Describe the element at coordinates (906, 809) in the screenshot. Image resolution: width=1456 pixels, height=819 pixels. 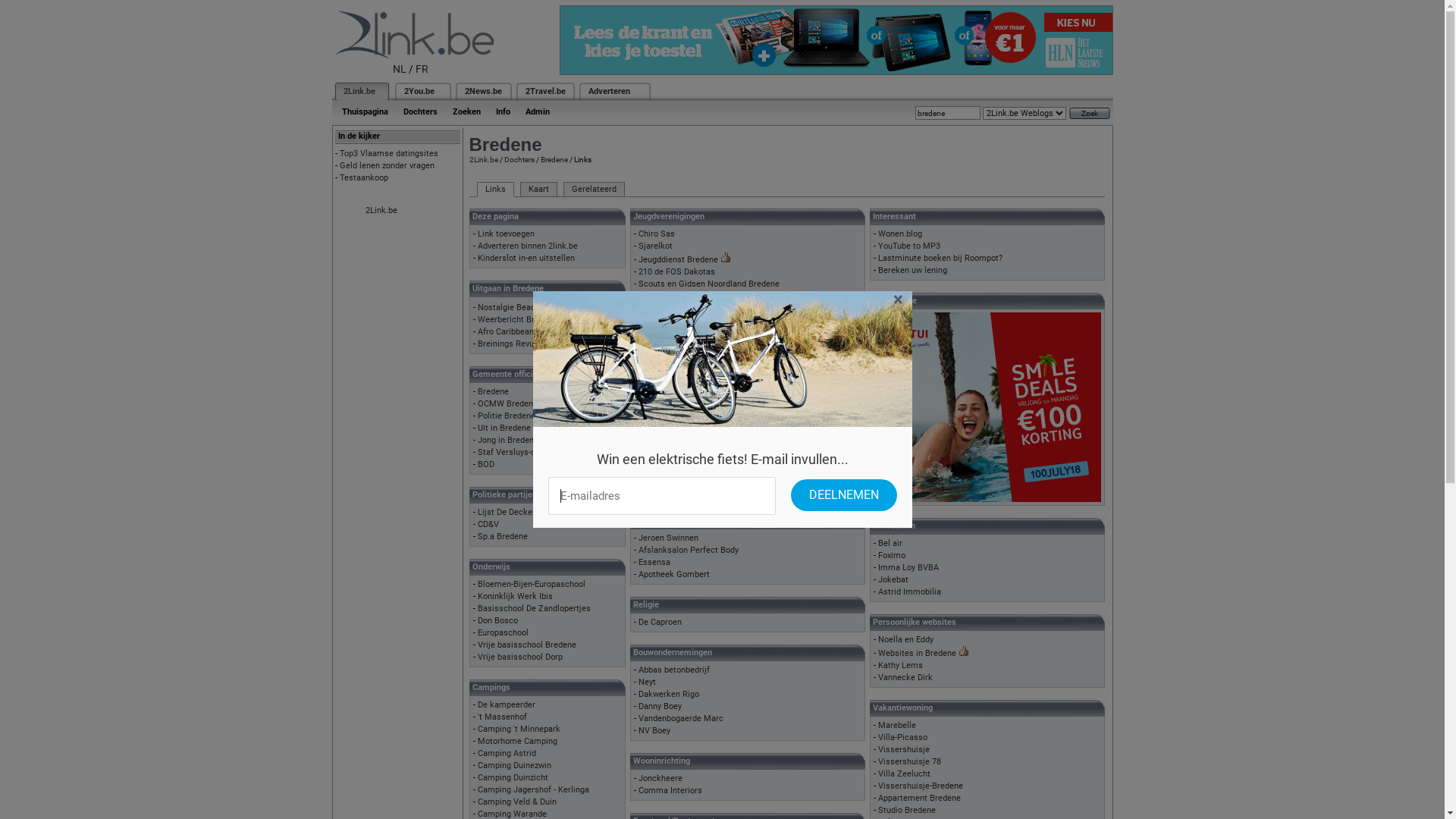
I see `'Studio Bredene'` at that location.